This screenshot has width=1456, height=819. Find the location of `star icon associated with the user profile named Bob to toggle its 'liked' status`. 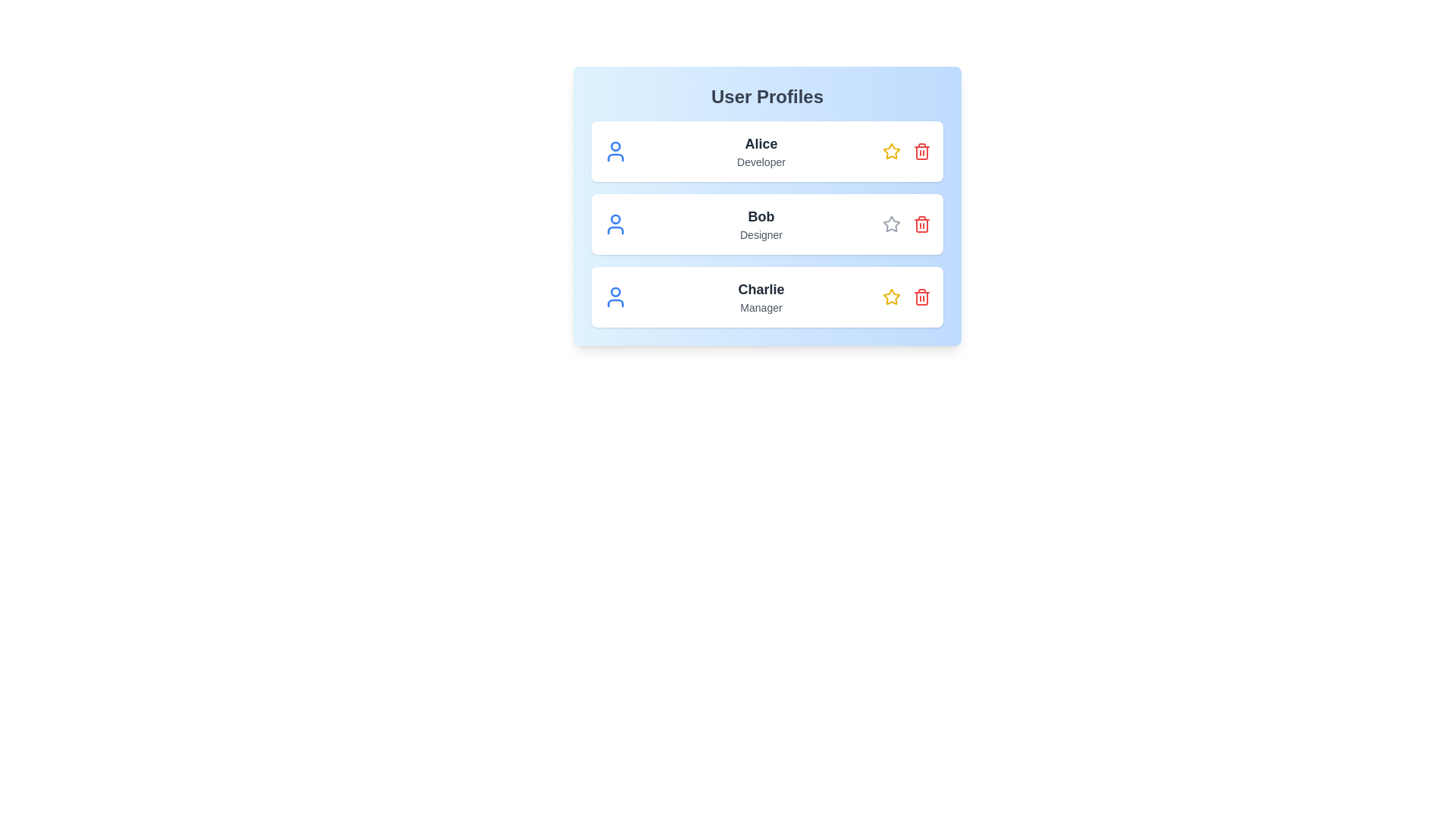

star icon associated with the user profile named Bob to toggle its 'liked' status is located at coordinates (892, 224).